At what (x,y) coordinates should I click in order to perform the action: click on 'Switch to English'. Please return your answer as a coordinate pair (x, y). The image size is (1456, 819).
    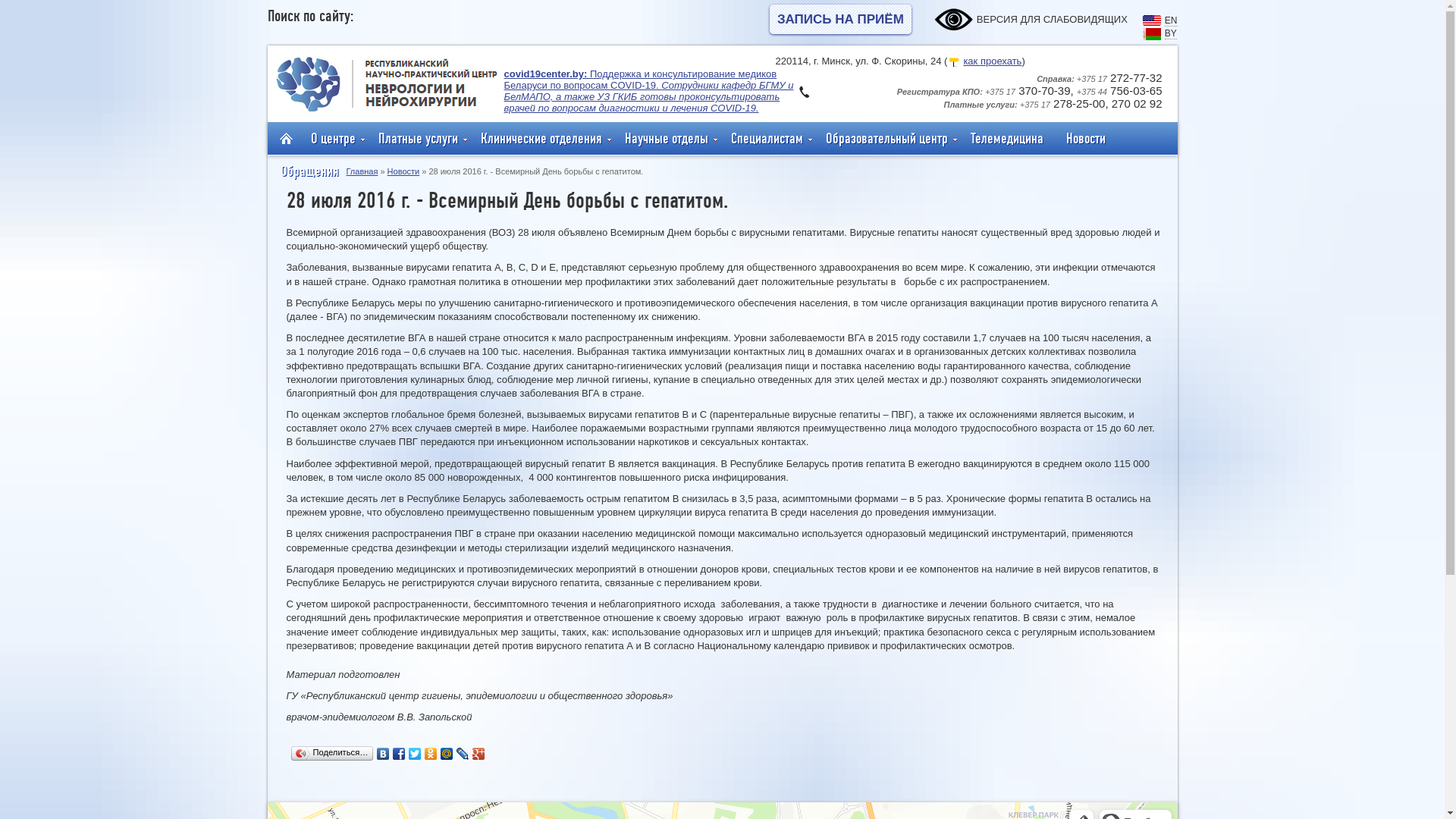
    Looking at the image, I should click on (1151, 22).